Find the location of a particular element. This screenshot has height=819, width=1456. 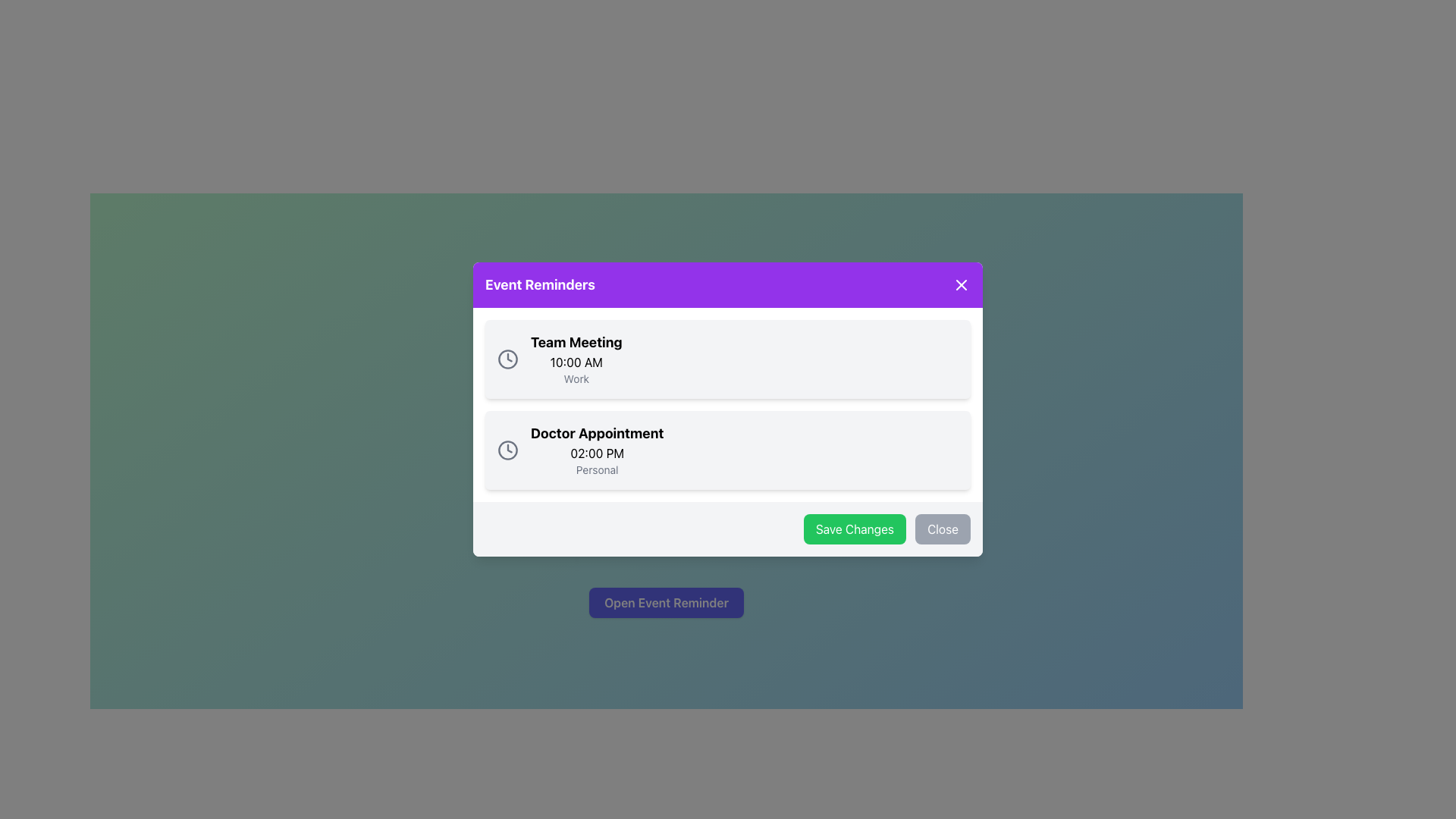

the clock icon representing the 'Doctor Appointment' reminder, which is located in the second row of the list within the modal is located at coordinates (508, 450).